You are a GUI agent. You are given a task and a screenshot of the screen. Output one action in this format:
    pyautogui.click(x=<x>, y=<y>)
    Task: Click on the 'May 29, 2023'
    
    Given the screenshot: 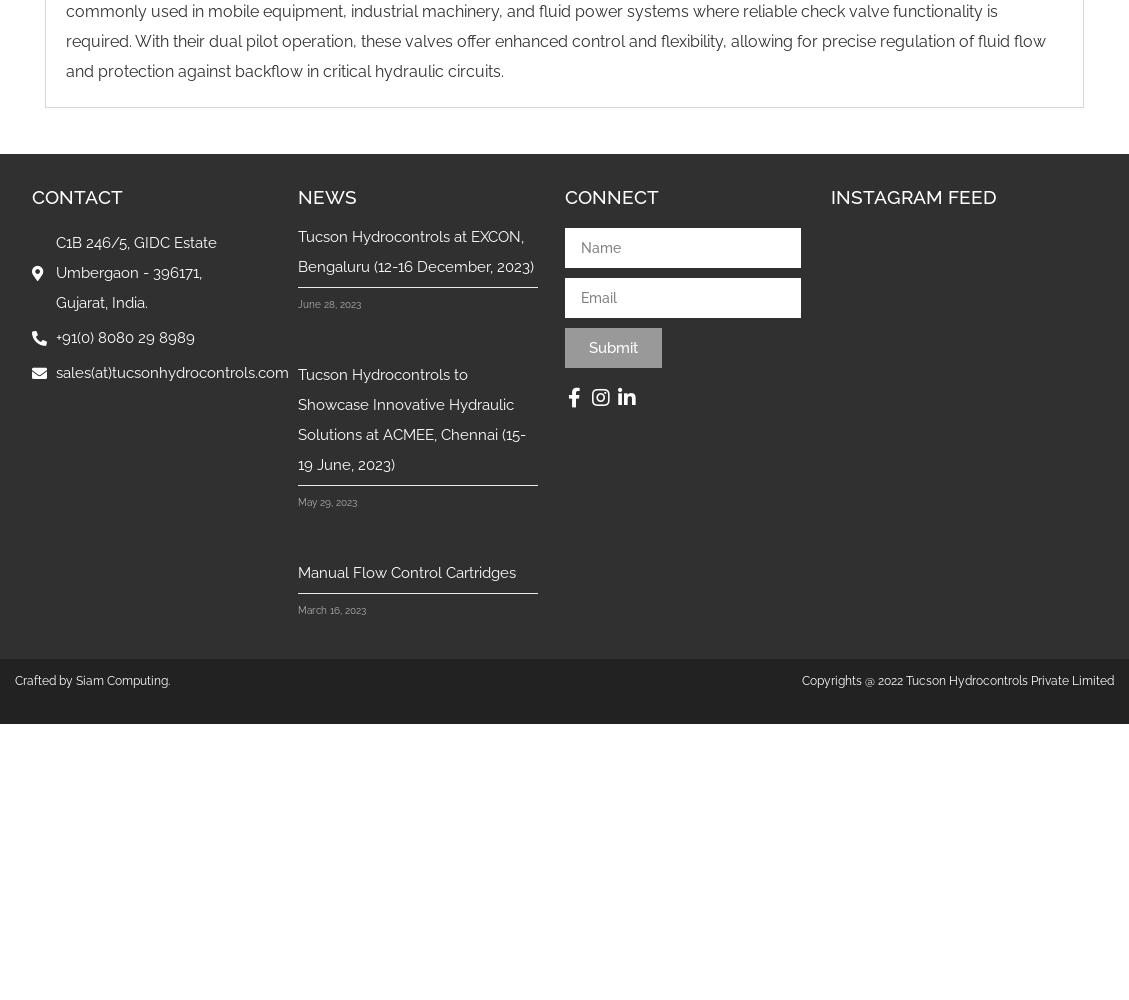 What is the action you would take?
    pyautogui.click(x=327, y=502)
    